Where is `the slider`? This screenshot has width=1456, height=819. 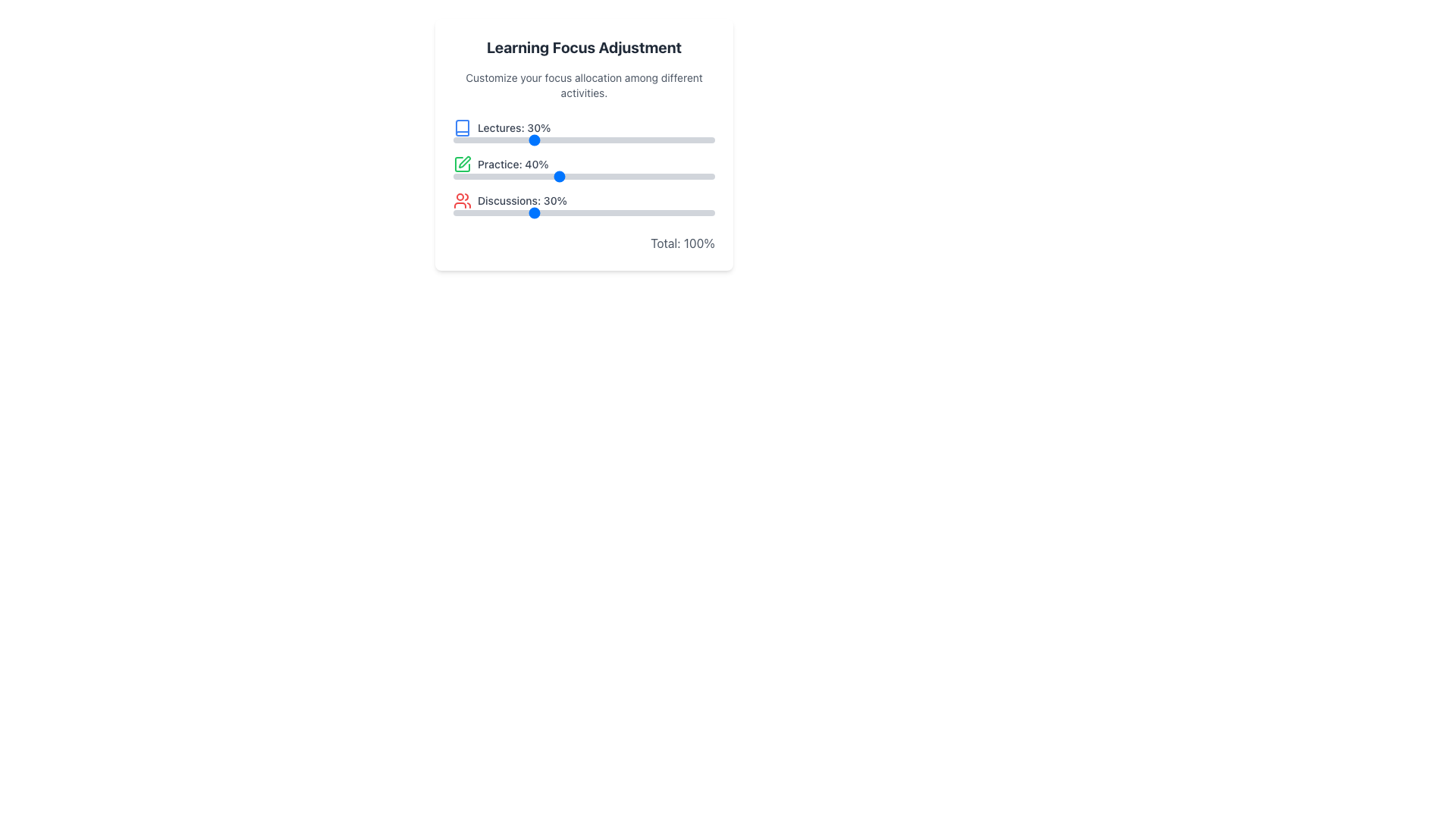 the slider is located at coordinates (457, 140).